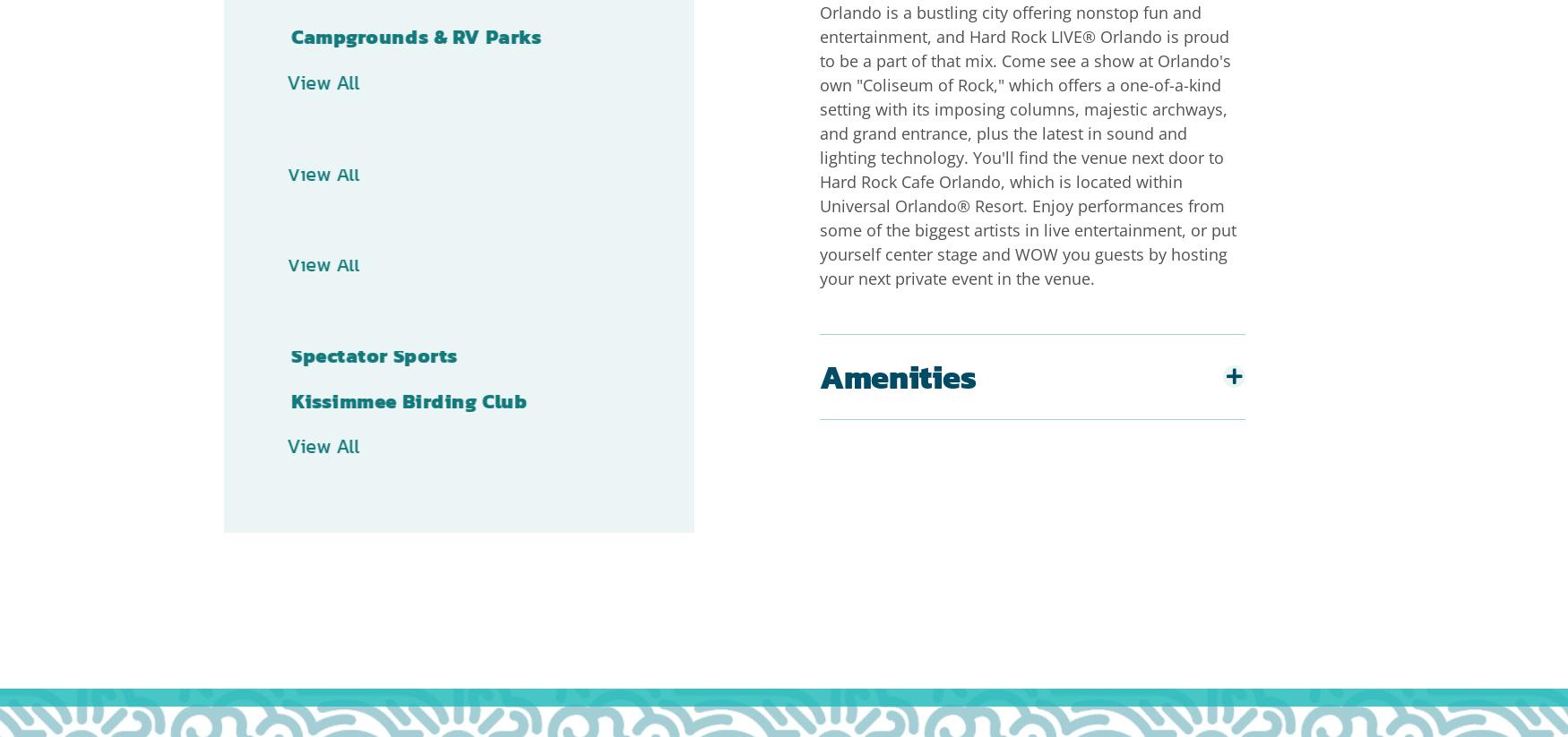  I want to click on 'Privacy Policy', so click(525, 698).